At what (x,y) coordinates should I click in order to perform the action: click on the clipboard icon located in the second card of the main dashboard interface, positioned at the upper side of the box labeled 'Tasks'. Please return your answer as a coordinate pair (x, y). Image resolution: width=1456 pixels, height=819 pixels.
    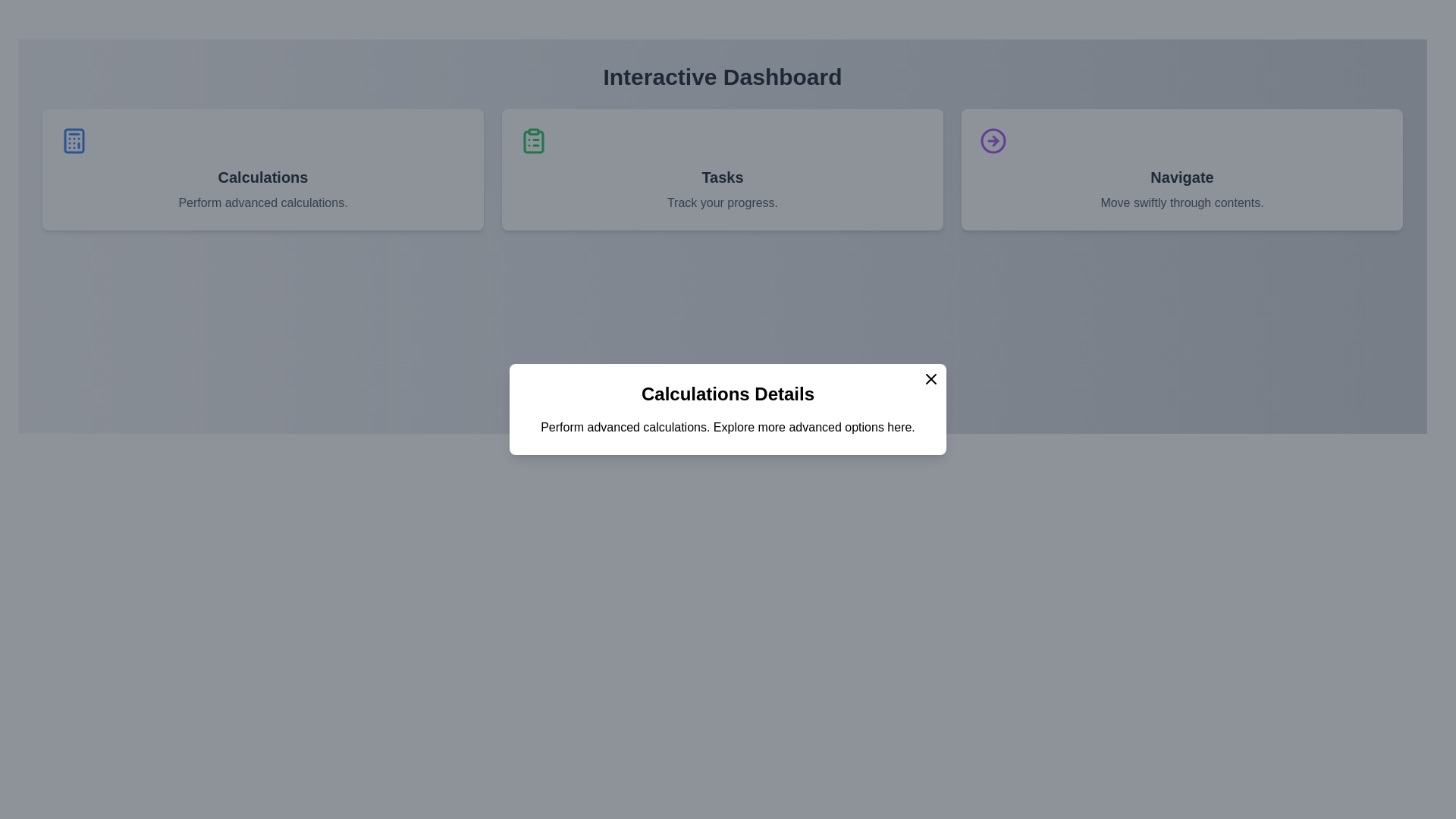
    Looking at the image, I should click on (534, 142).